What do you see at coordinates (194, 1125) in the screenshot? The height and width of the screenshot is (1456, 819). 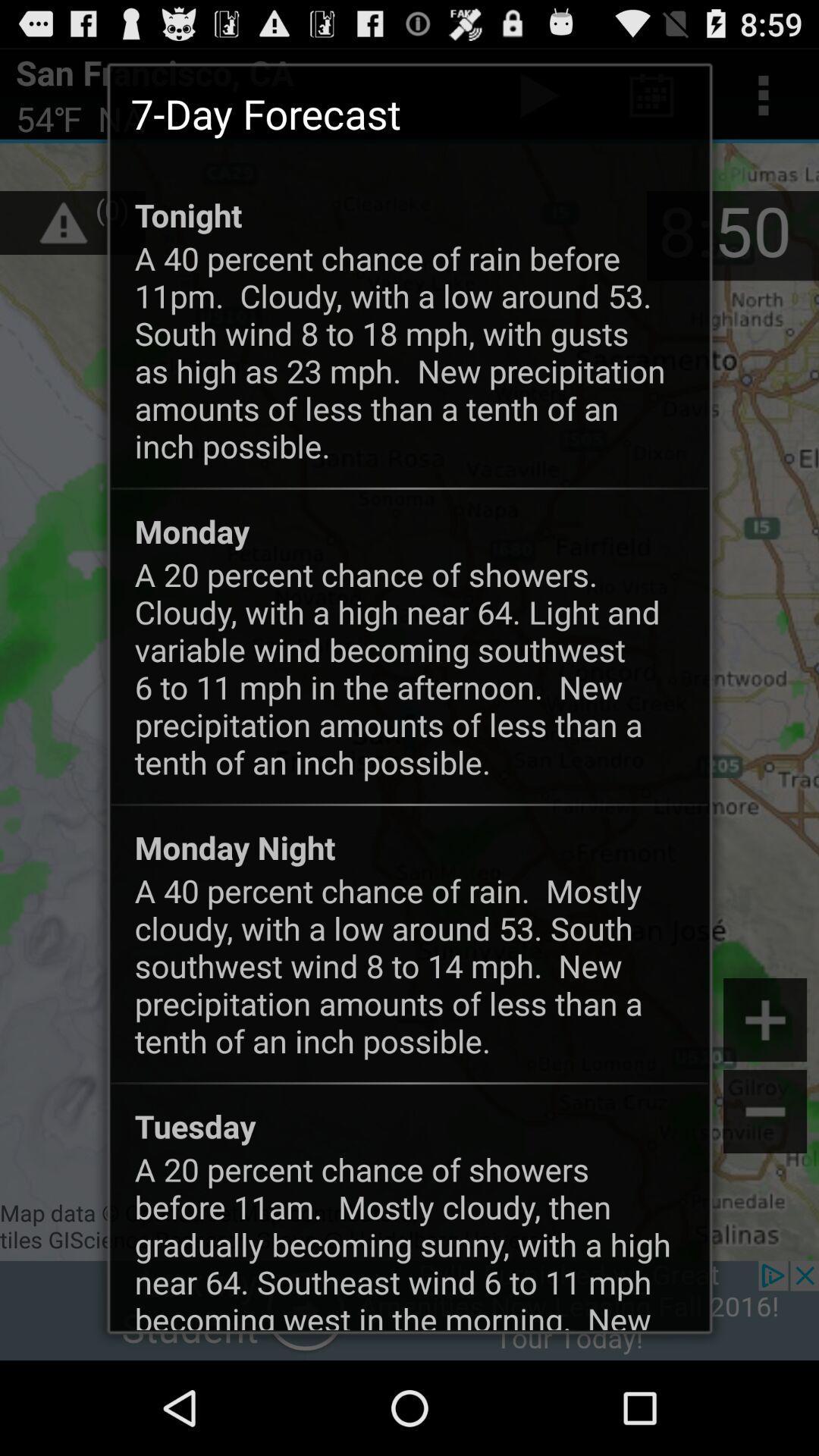 I see `the icon below the a 40 percent` at bounding box center [194, 1125].